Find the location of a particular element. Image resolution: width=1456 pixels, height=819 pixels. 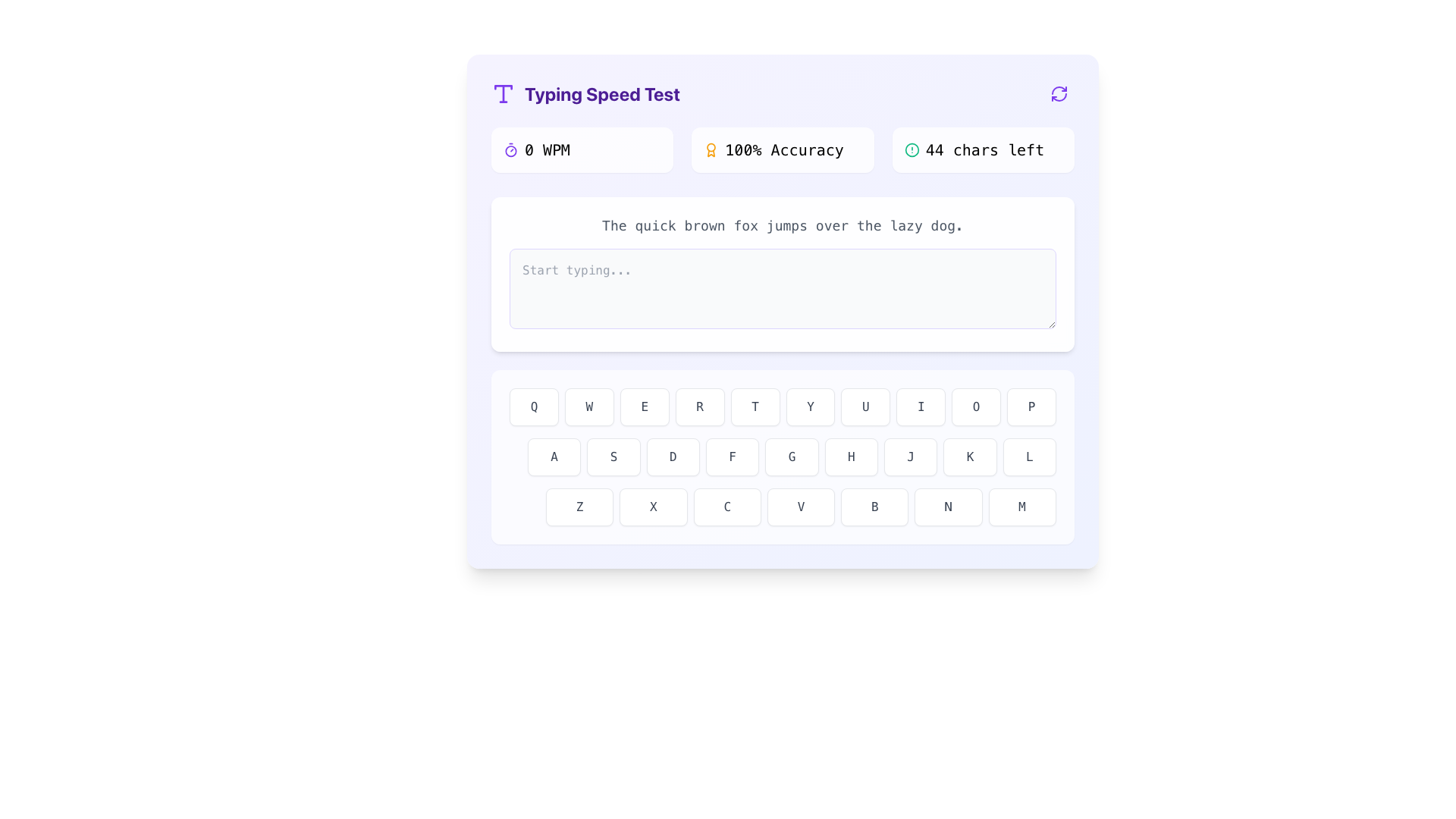

the square button with rounded corners that has a white background and the letter 'M' in dark gray, located at the far right of the bottom-most row of the keyboard layout is located at coordinates (1022, 507).